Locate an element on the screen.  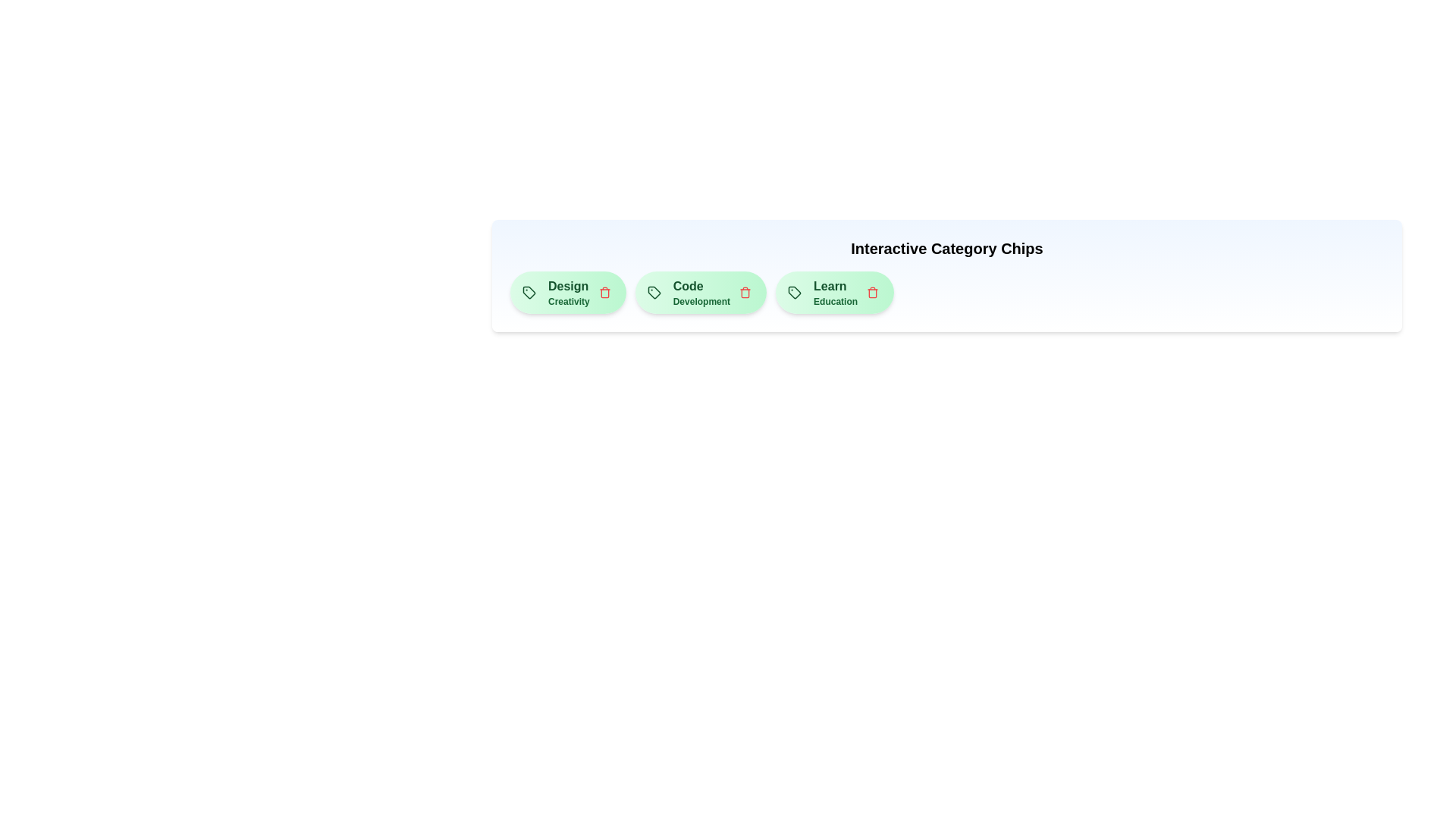
the chip labeled Learn to observe its hover effect is located at coordinates (833, 292).